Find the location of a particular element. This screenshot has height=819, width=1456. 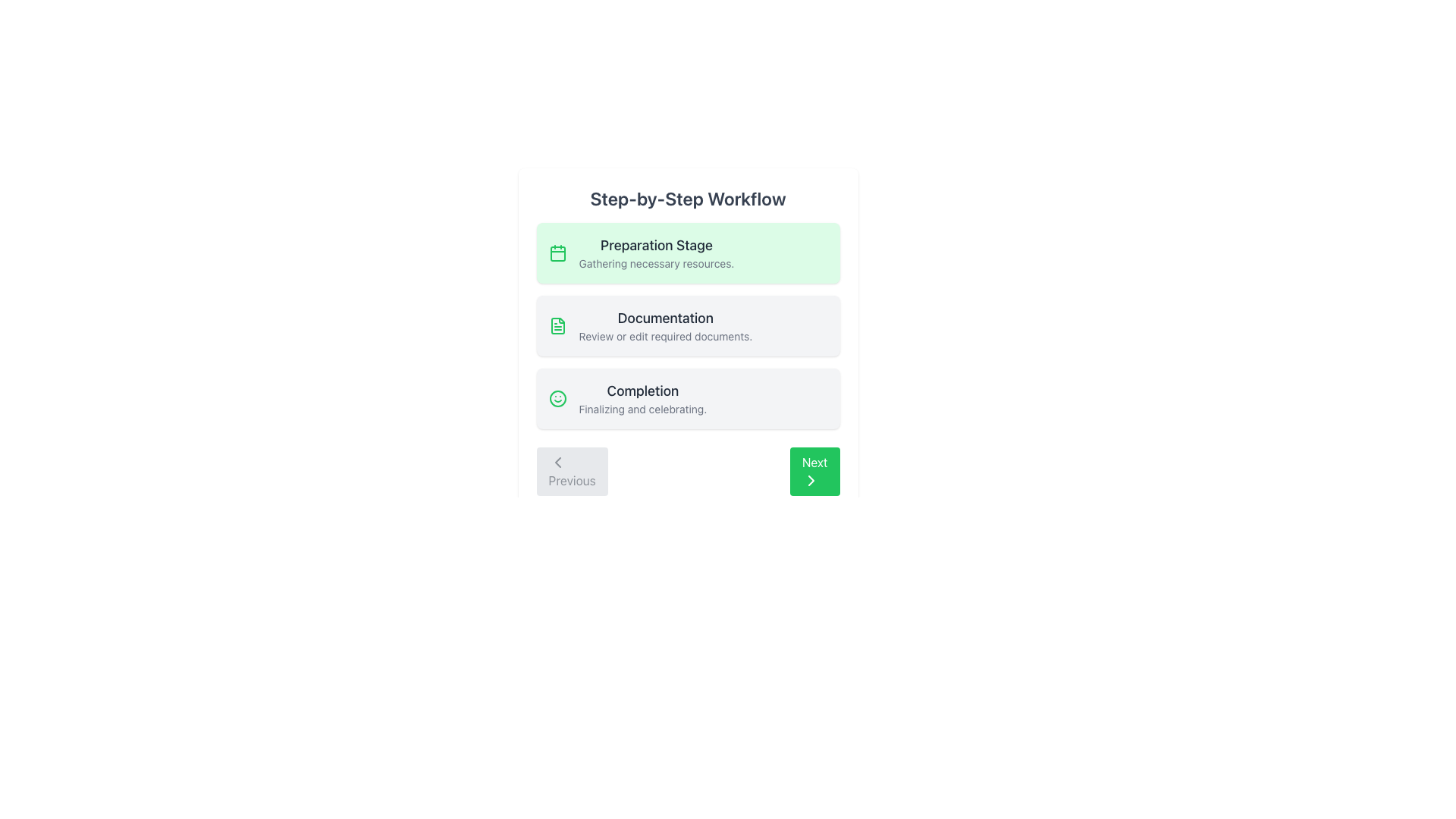

the first icon in the vertically stacked list within the green-highlighted box labeled 'Preparation Stage' is located at coordinates (557, 253).